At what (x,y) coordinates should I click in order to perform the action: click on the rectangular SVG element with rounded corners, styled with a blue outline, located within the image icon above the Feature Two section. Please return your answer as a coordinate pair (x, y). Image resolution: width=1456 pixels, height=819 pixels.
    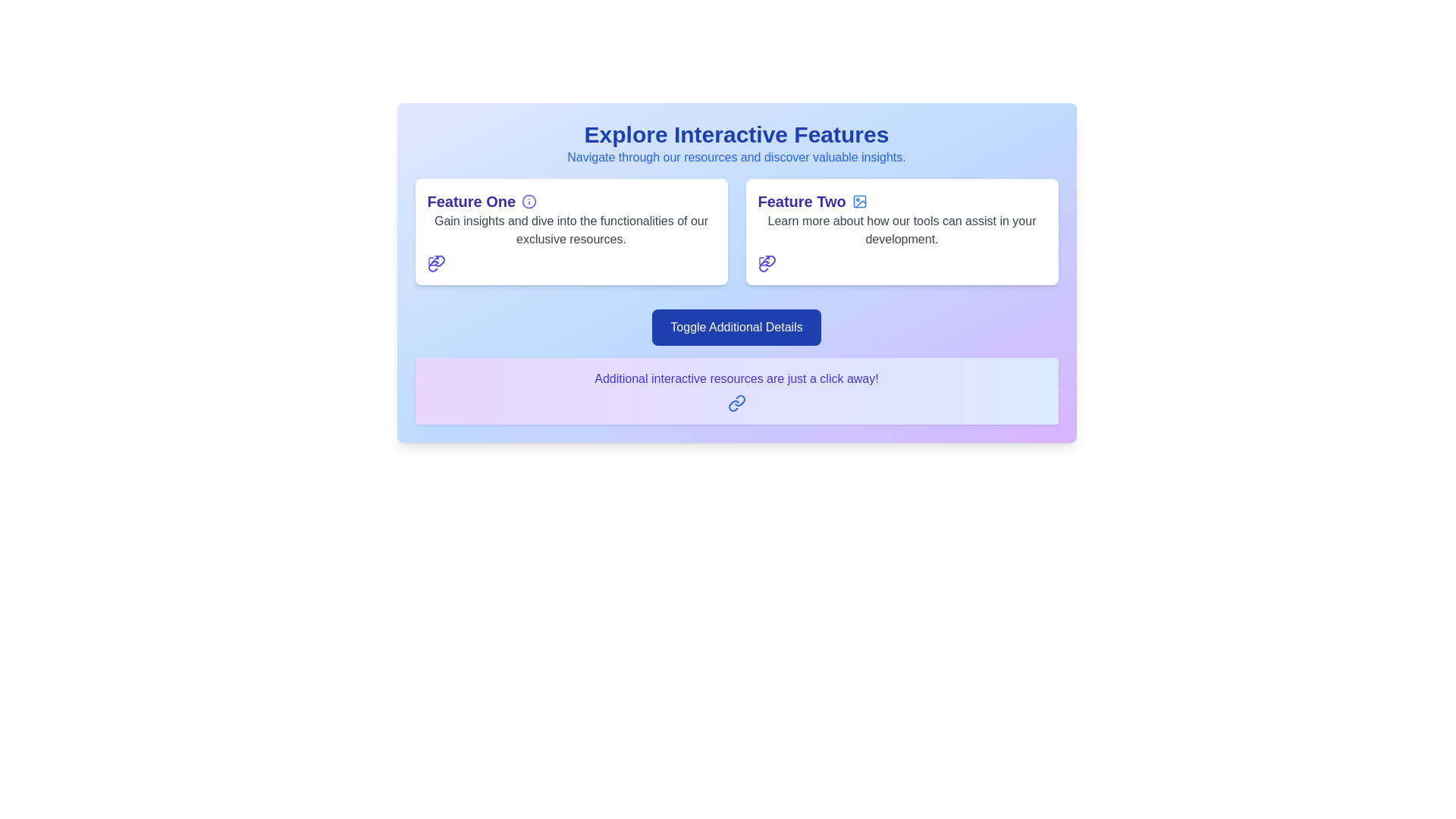
    Looking at the image, I should click on (859, 201).